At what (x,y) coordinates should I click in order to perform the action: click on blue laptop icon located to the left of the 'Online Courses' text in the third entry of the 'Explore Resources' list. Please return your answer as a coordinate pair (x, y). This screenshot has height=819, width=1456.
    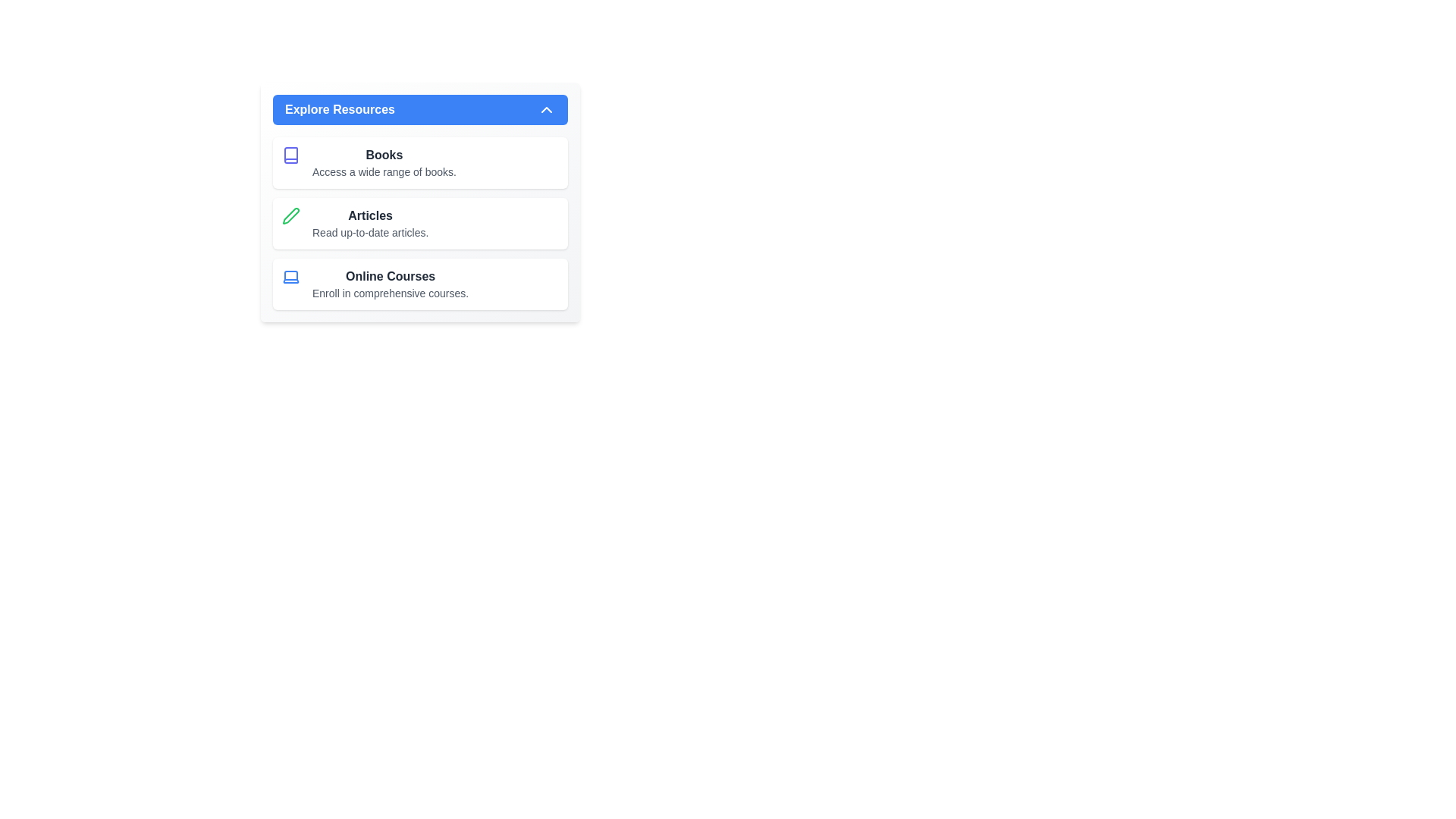
    Looking at the image, I should click on (291, 277).